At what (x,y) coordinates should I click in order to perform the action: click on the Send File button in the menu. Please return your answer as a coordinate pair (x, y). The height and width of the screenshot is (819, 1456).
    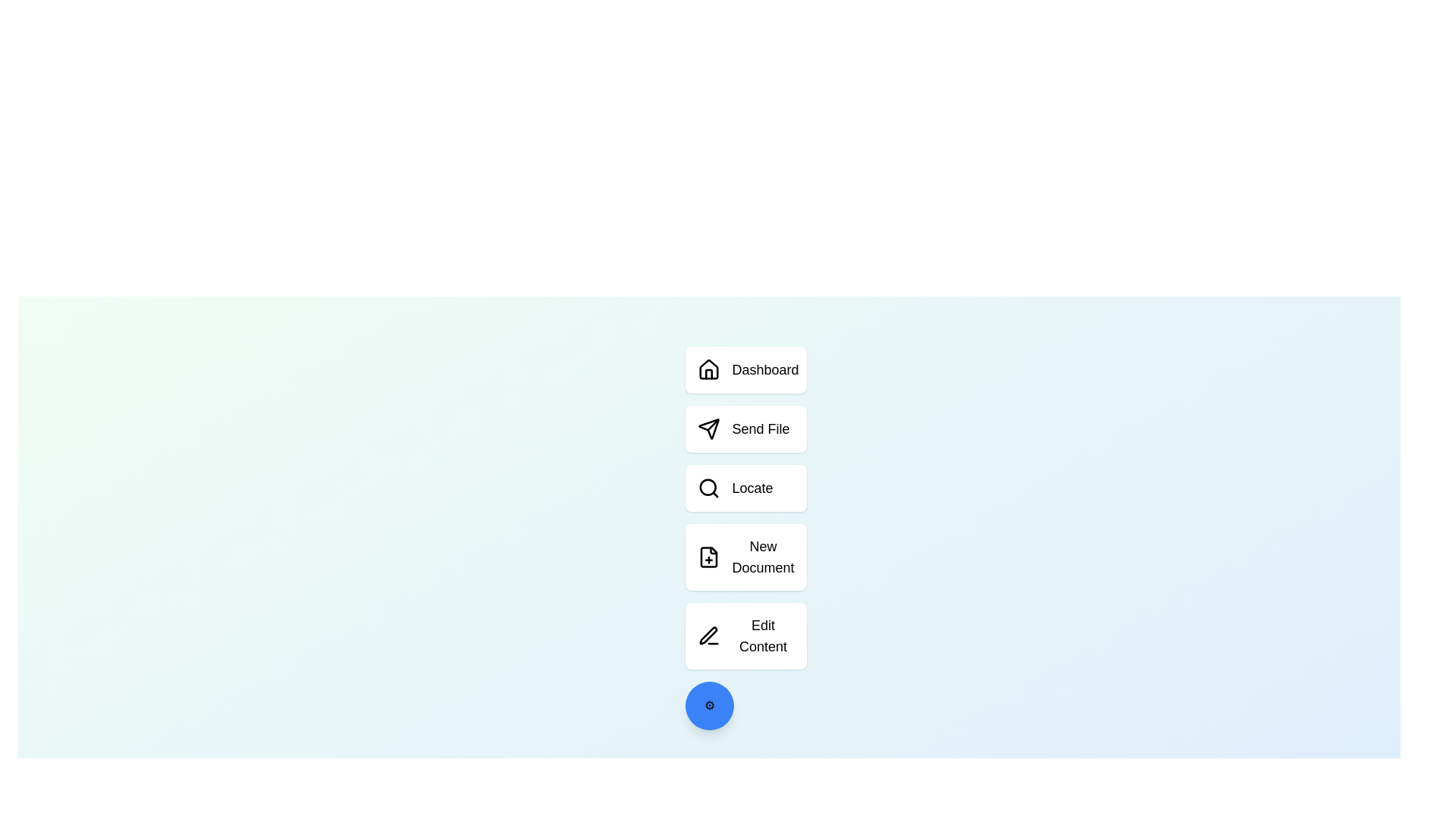
    Looking at the image, I should click on (745, 429).